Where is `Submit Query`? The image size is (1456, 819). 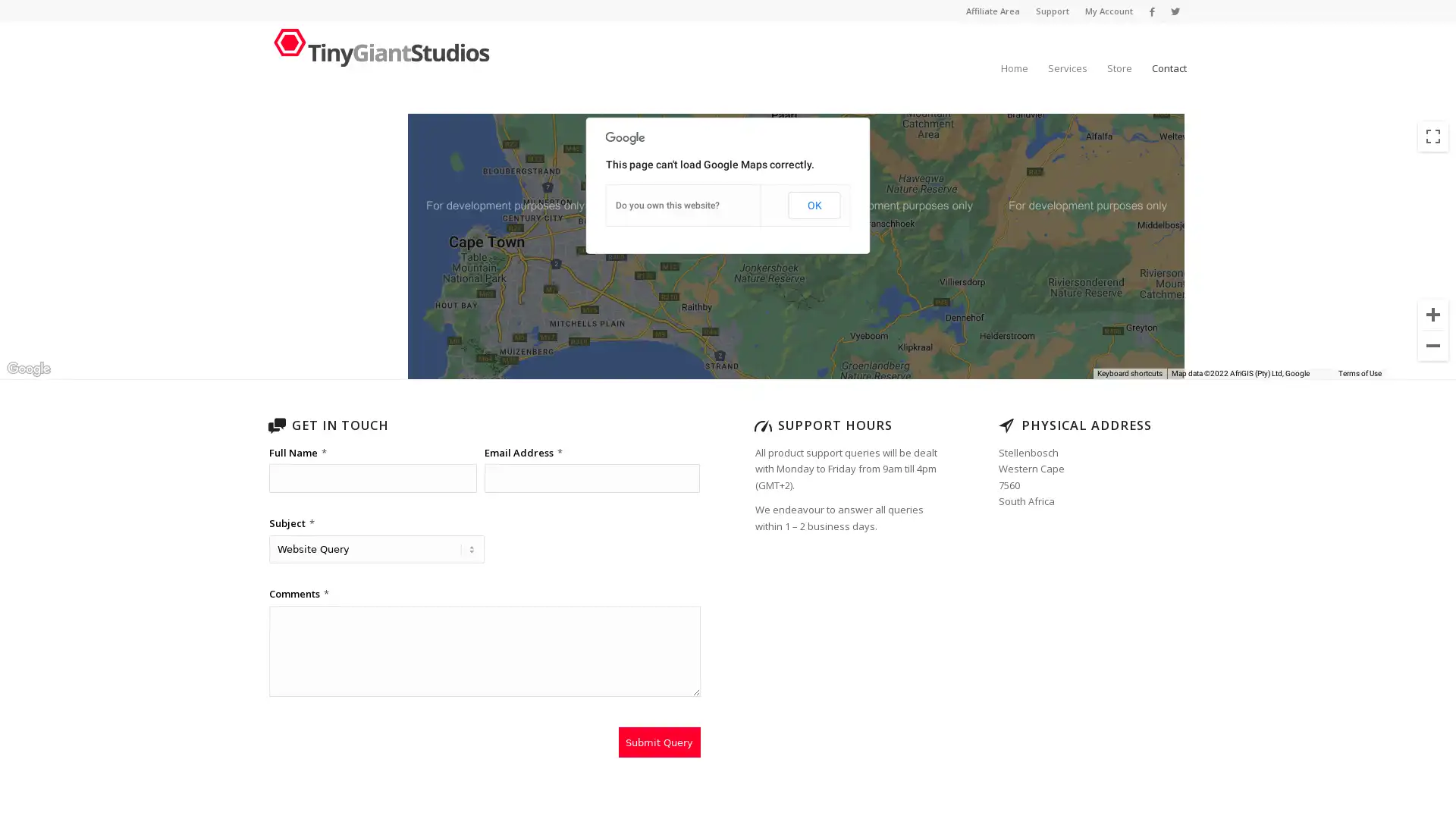 Submit Query is located at coordinates (659, 742).